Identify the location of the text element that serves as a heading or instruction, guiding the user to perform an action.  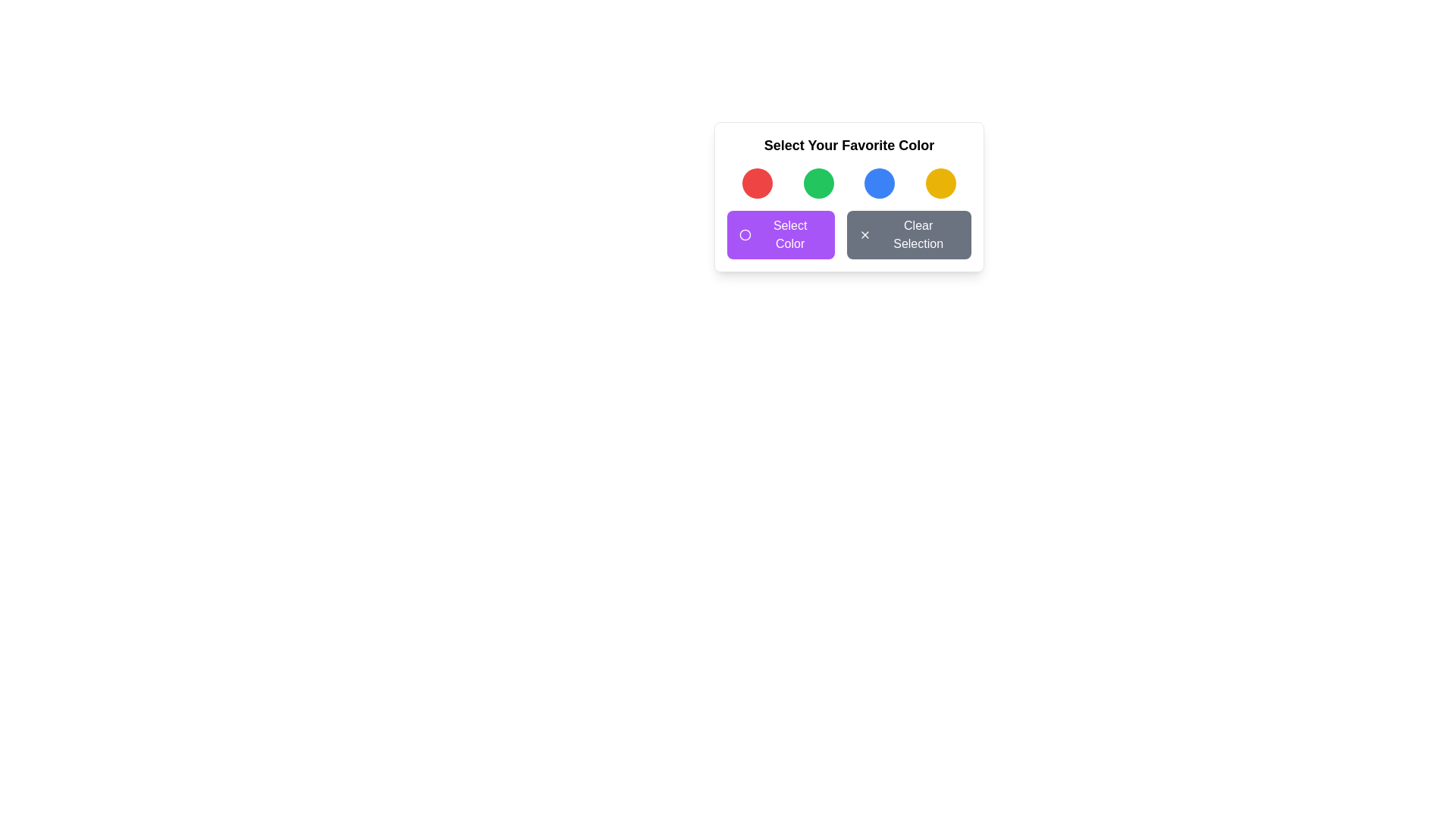
(848, 146).